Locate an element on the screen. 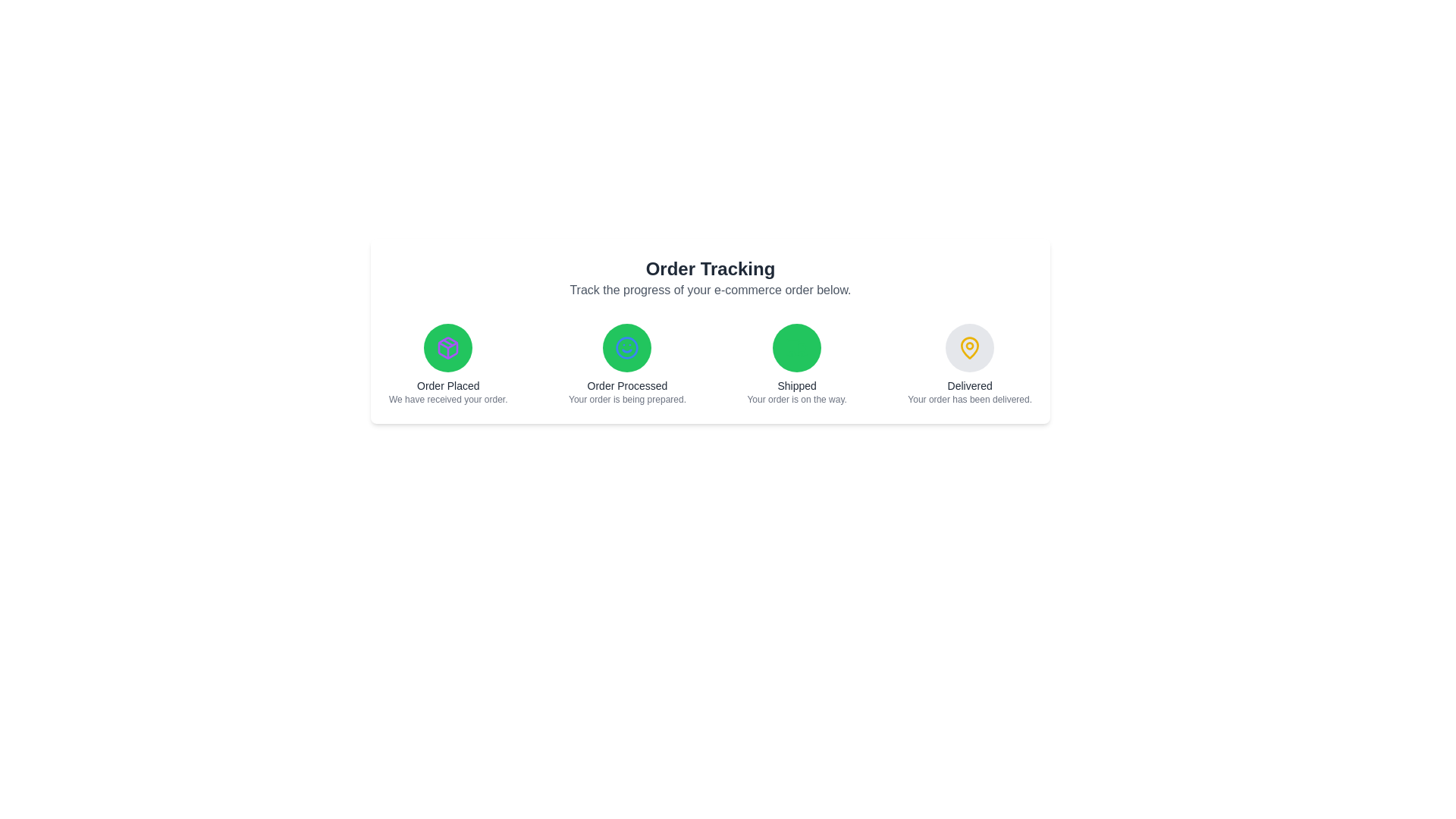 This screenshot has width=1456, height=819. the 'Order Placed' icon, which is the first in a row of four similar icons representing order tracking stages is located at coordinates (447, 348).